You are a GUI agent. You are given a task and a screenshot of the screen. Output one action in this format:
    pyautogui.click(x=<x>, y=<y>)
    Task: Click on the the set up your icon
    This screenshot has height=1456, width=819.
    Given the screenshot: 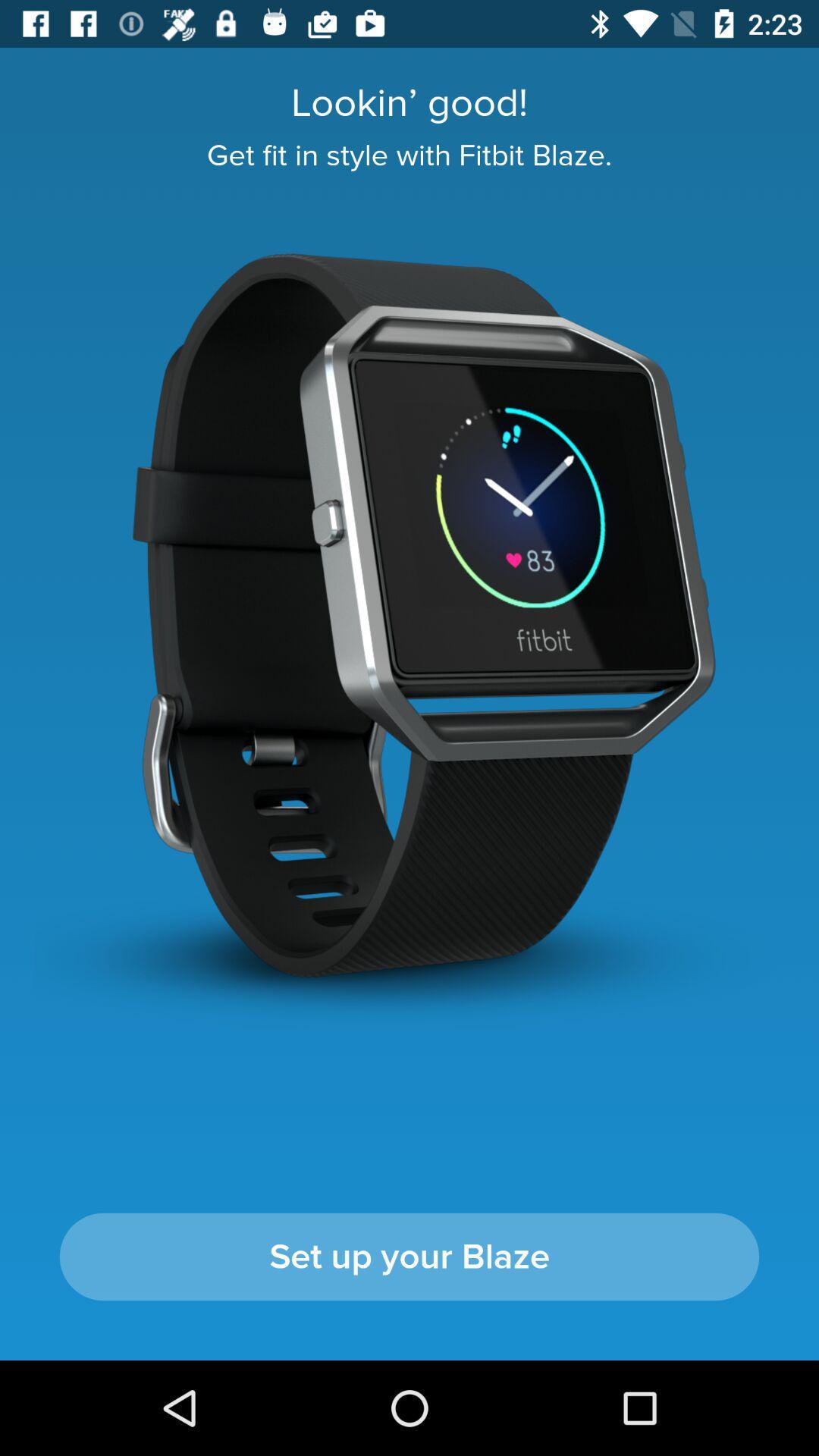 What is the action you would take?
    pyautogui.click(x=409, y=1257)
    